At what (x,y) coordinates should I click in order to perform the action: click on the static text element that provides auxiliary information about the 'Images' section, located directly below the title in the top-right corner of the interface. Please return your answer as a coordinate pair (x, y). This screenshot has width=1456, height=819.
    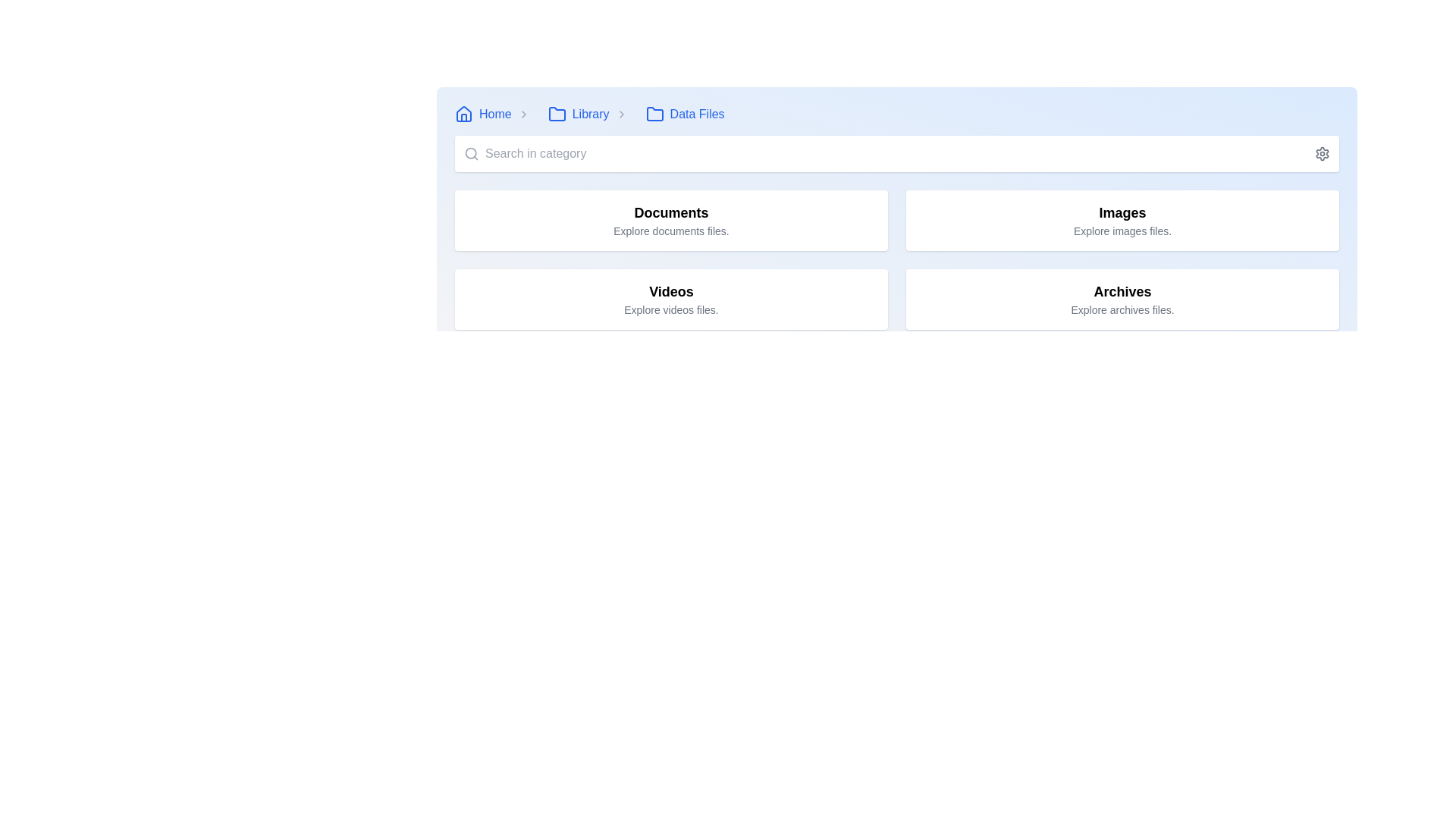
    Looking at the image, I should click on (1122, 231).